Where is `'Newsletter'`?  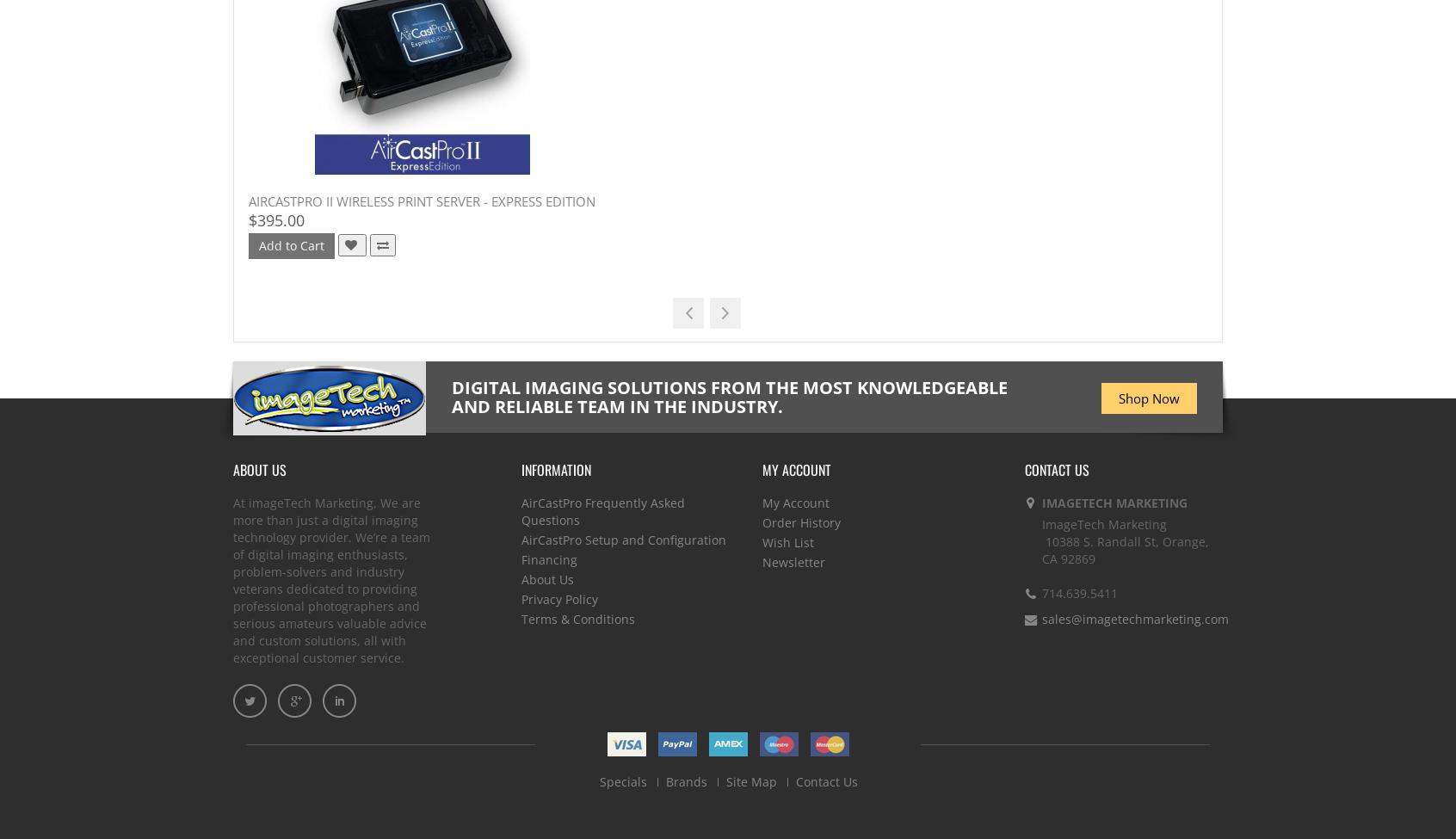 'Newsletter' is located at coordinates (793, 562).